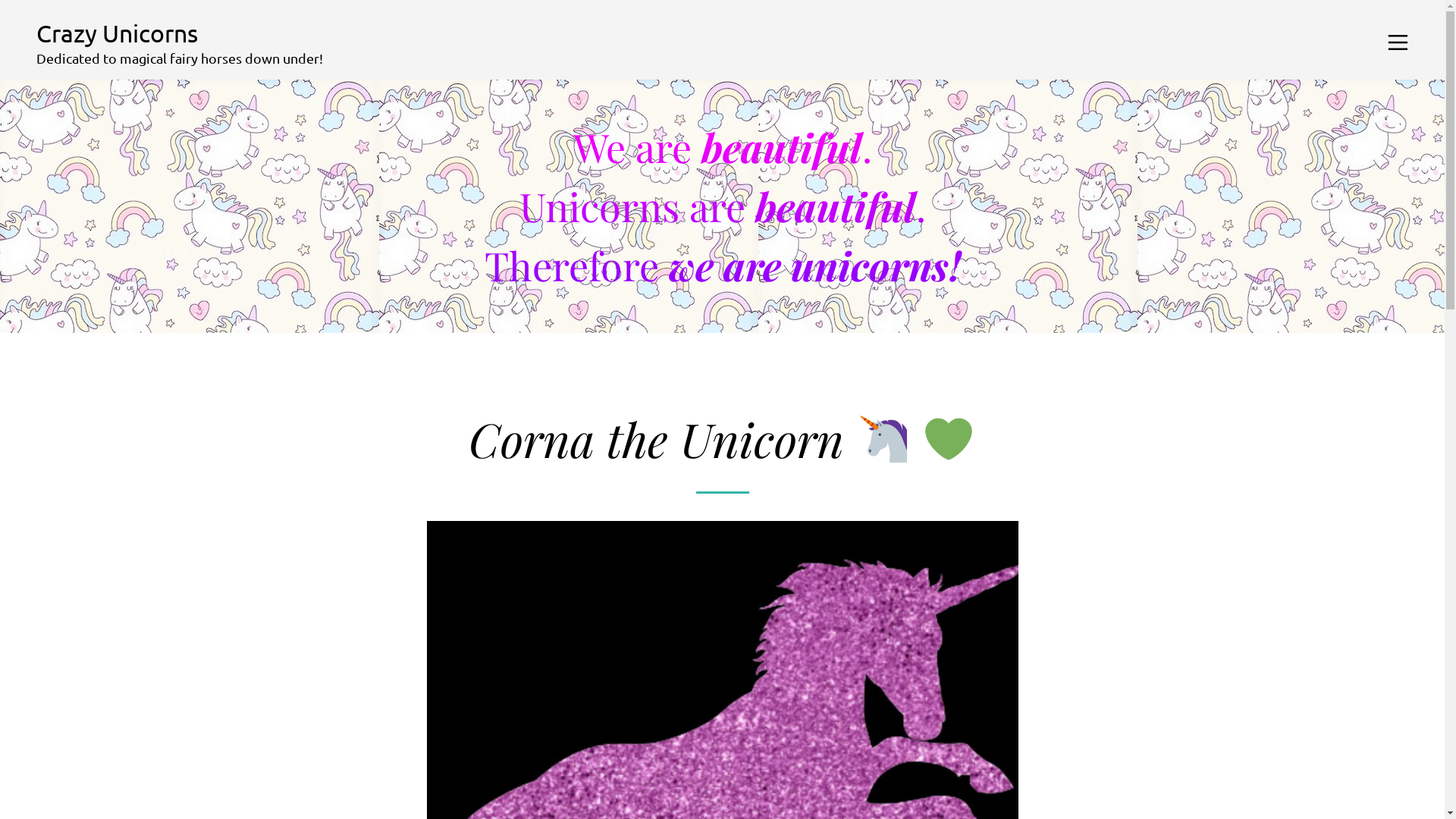 This screenshot has width=1456, height=819. I want to click on 'Crazy Unicorns', so click(36, 33).